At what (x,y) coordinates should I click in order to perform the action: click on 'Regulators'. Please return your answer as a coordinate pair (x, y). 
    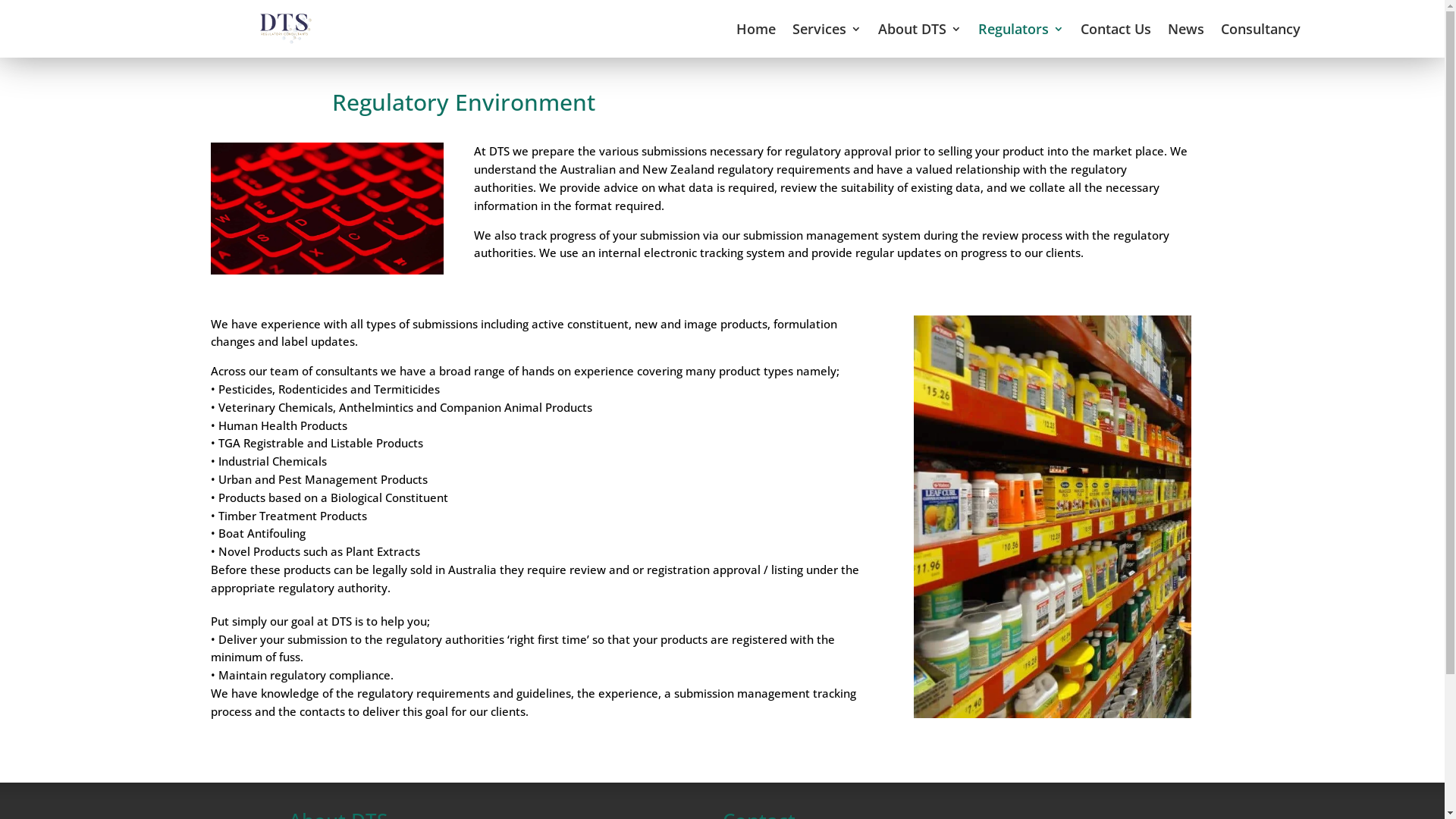
    Looking at the image, I should click on (1021, 29).